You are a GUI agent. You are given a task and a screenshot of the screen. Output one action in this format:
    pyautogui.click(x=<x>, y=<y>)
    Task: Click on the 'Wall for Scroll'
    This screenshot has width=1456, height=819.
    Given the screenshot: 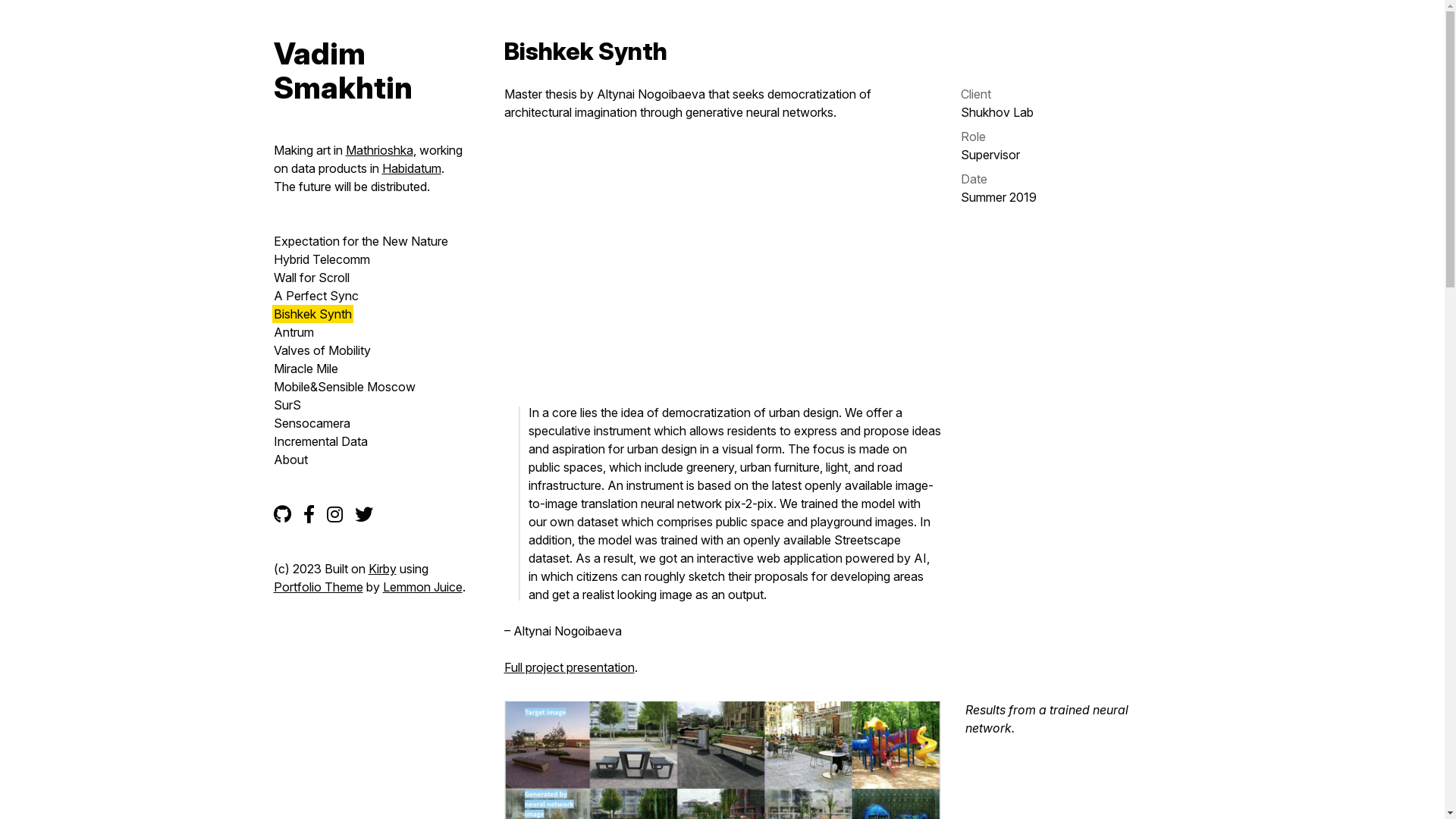 What is the action you would take?
    pyautogui.click(x=309, y=278)
    